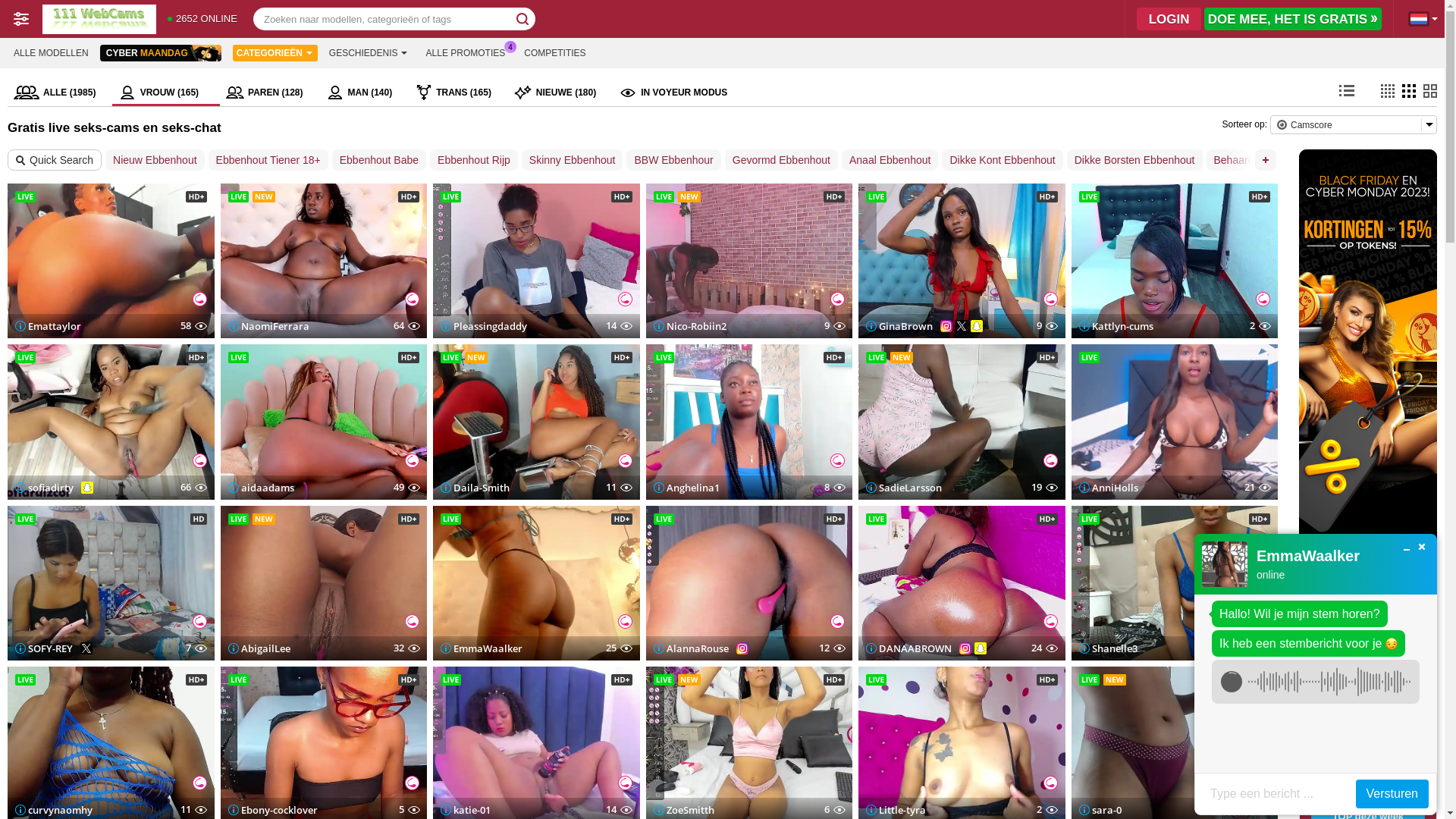 This screenshot has height=819, width=1456. Describe the element at coordinates (1368, 726) in the screenshot. I see `'FurElisse'` at that location.